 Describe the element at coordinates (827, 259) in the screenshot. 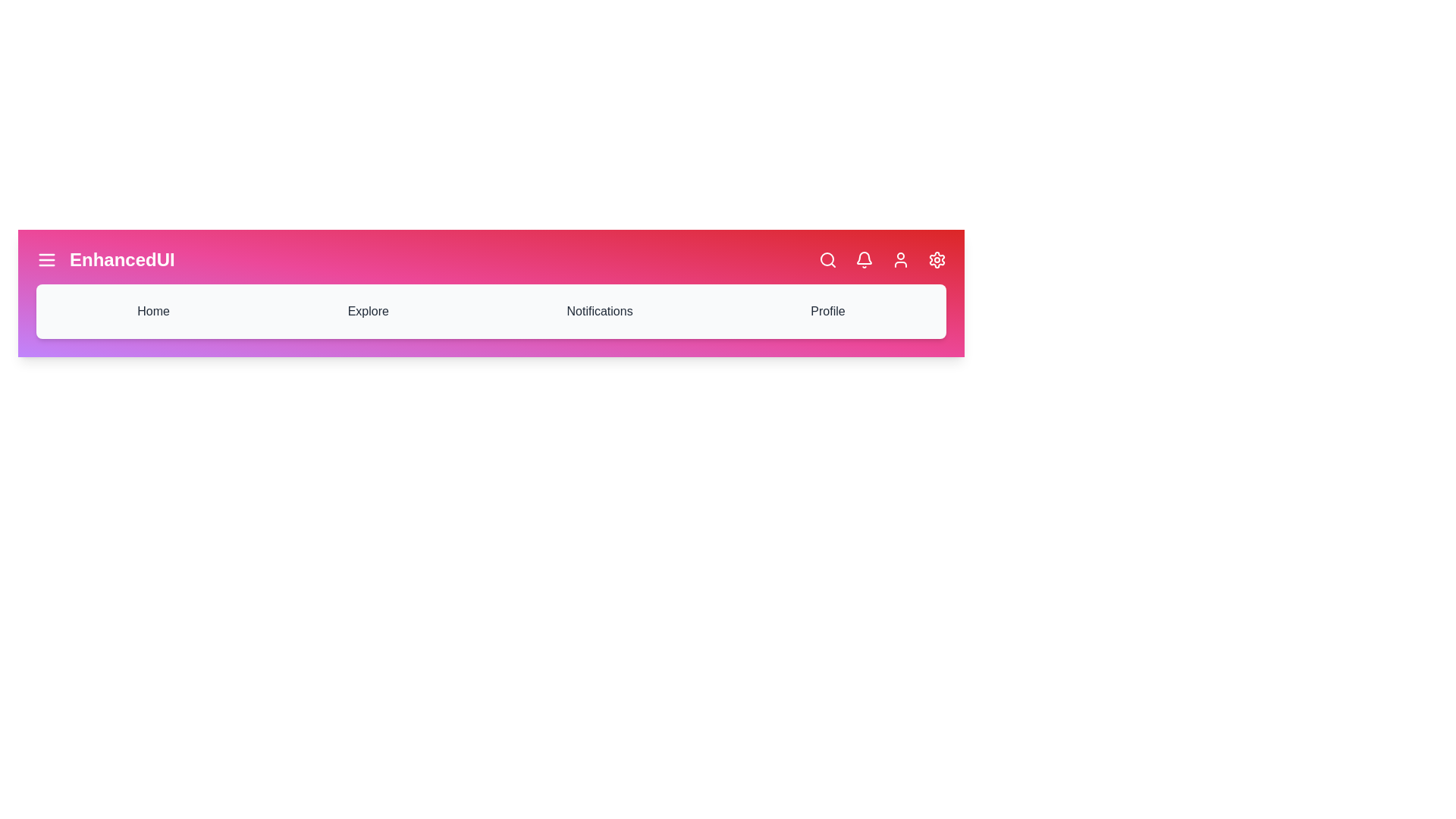

I see `the search icon to initiate a search` at that location.